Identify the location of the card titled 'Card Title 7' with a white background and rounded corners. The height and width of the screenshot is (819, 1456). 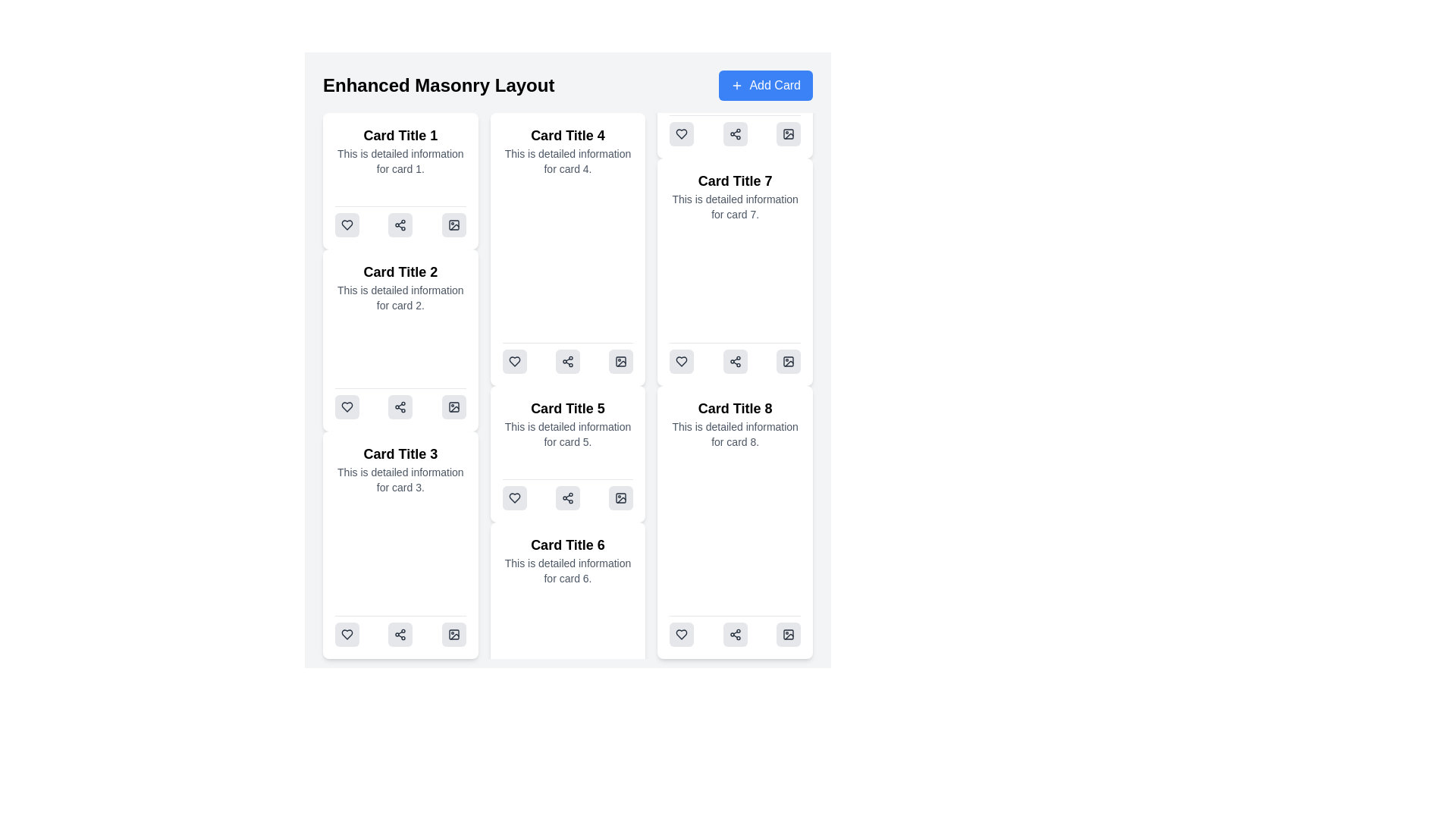
(735, 271).